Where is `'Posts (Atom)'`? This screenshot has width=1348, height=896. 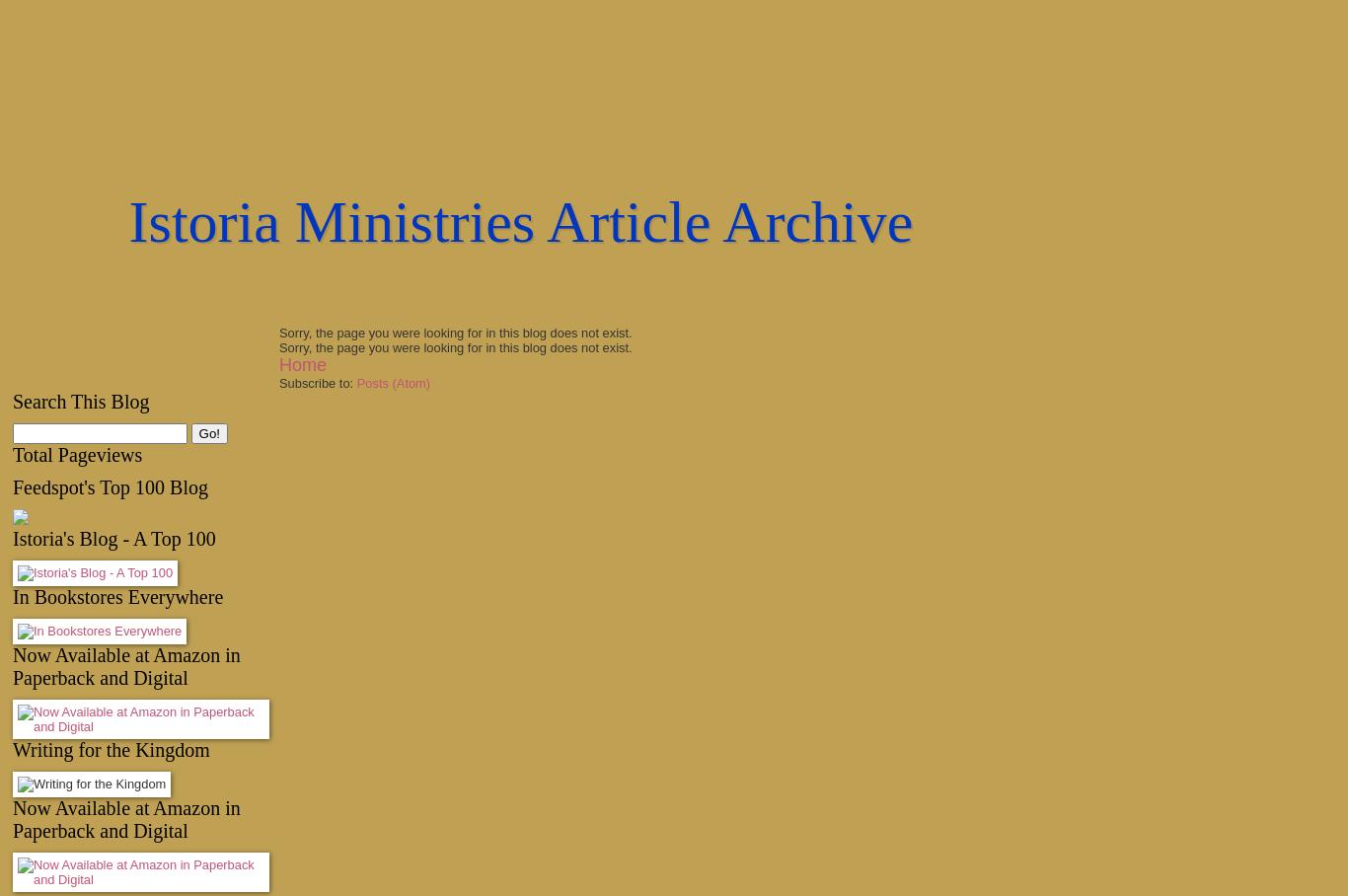 'Posts (Atom)' is located at coordinates (355, 382).